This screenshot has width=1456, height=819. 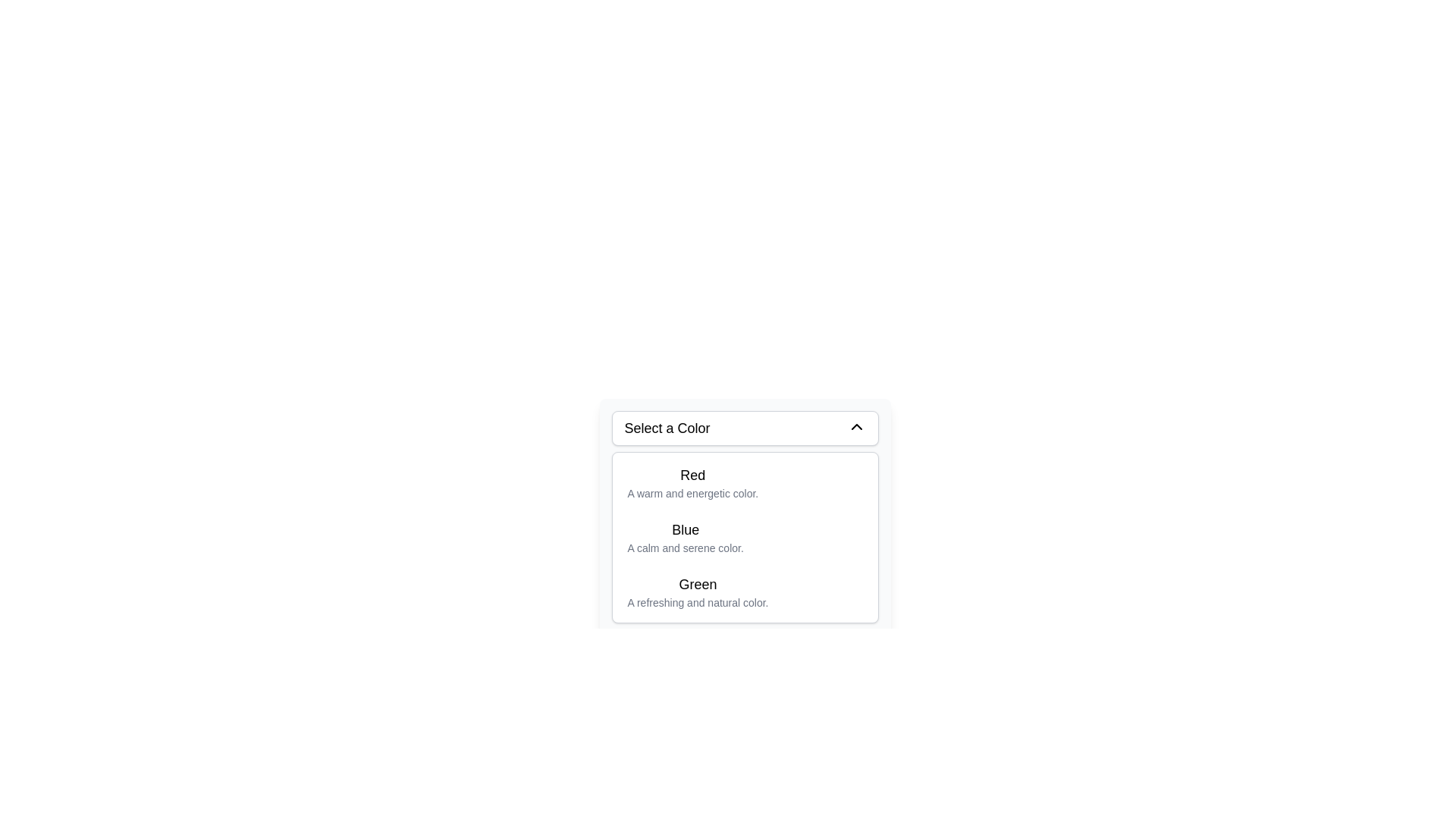 What do you see at coordinates (745, 537) in the screenshot?
I see `color names and descriptions from the dropdown list, which includes options for 'Red', 'Blue', and 'Green', with 'Blue' being the middle option` at bounding box center [745, 537].